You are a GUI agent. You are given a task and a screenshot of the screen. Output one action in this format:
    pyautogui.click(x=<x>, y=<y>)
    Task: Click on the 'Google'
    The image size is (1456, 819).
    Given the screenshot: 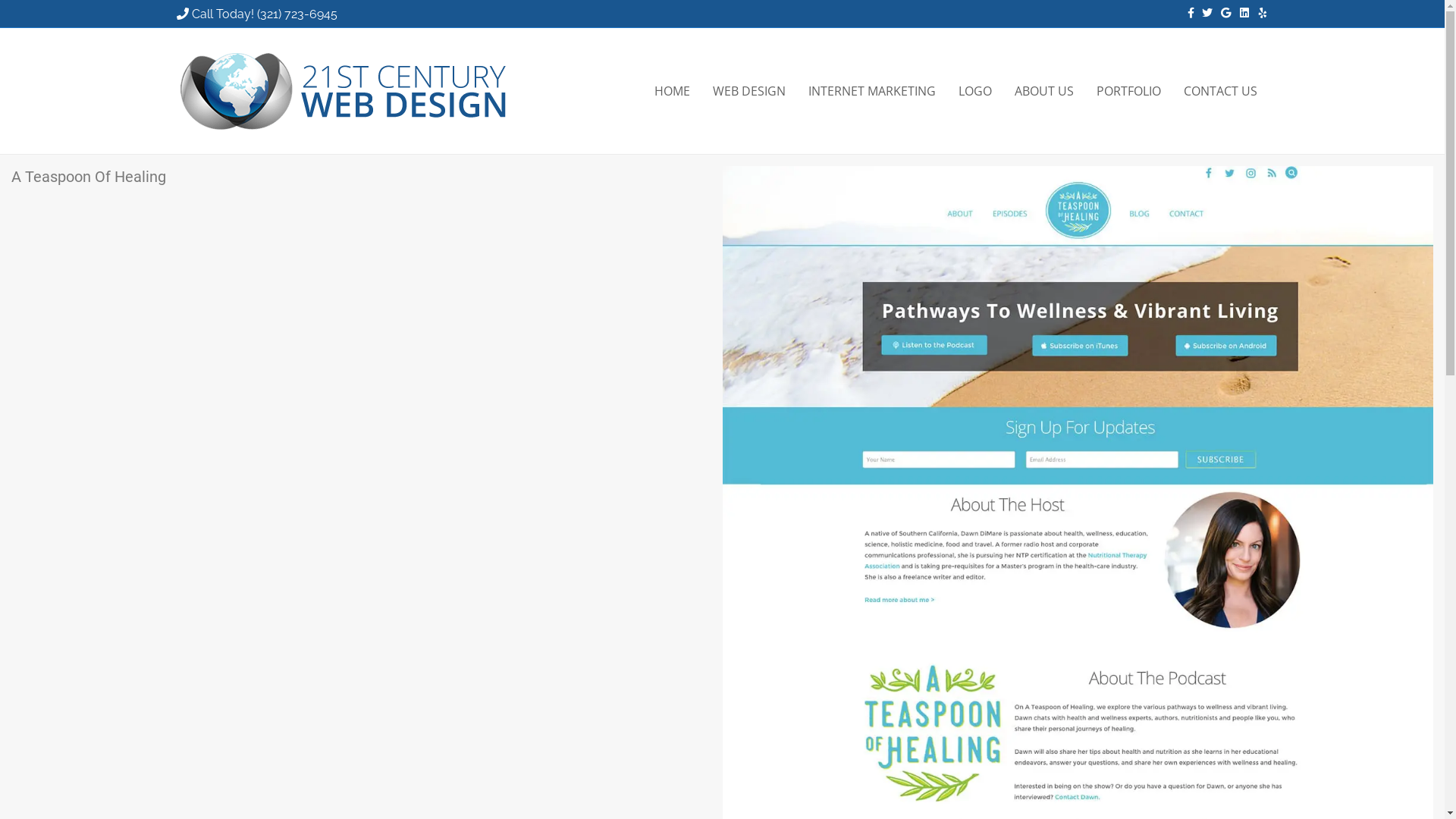 What is the action you would take?
    pyautogui.click(x=1220, y=11)
    